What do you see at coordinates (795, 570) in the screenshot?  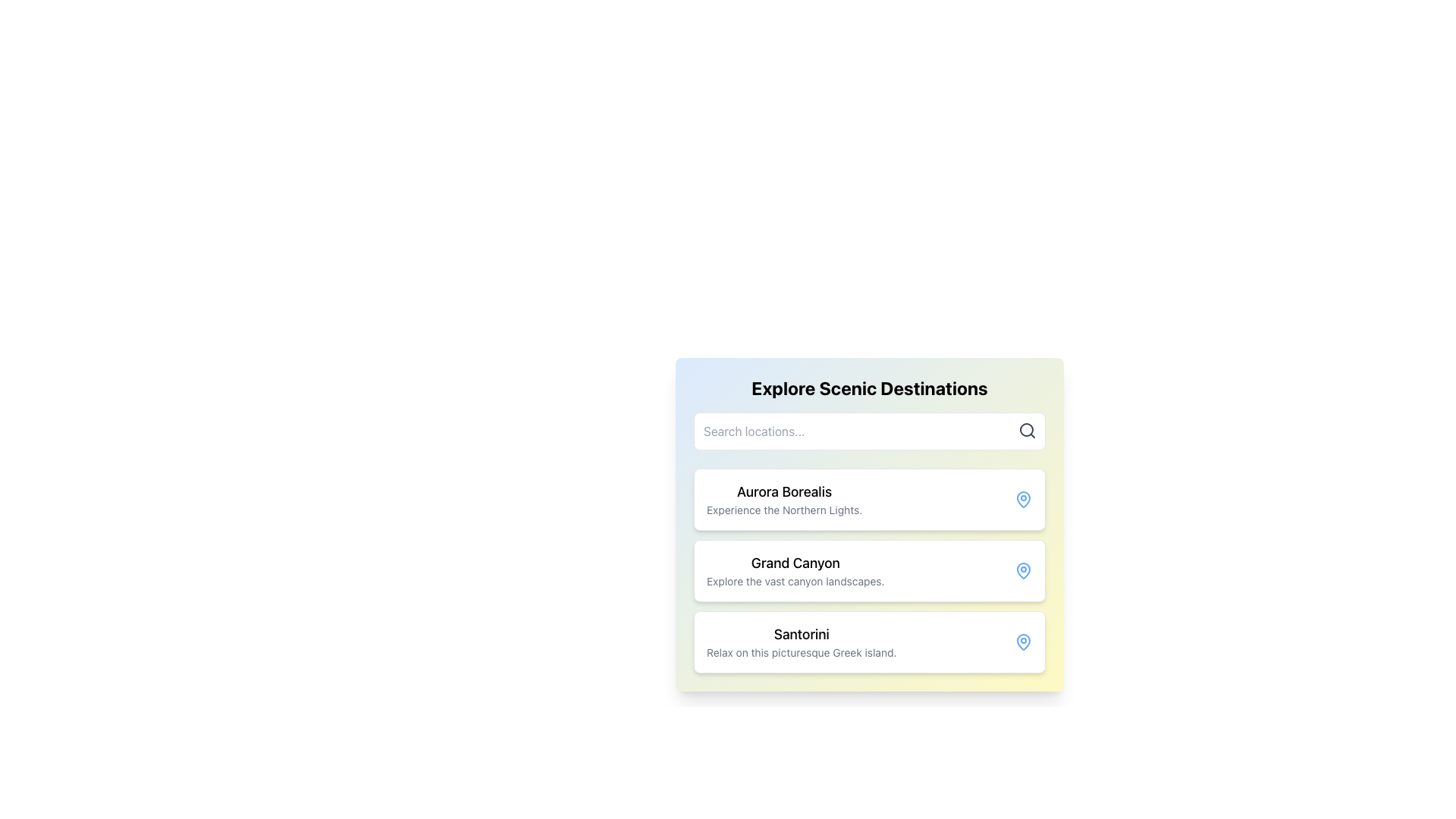 I see `the second list item displaying information about the Grand Canyon` at bounding box center [795, 570].